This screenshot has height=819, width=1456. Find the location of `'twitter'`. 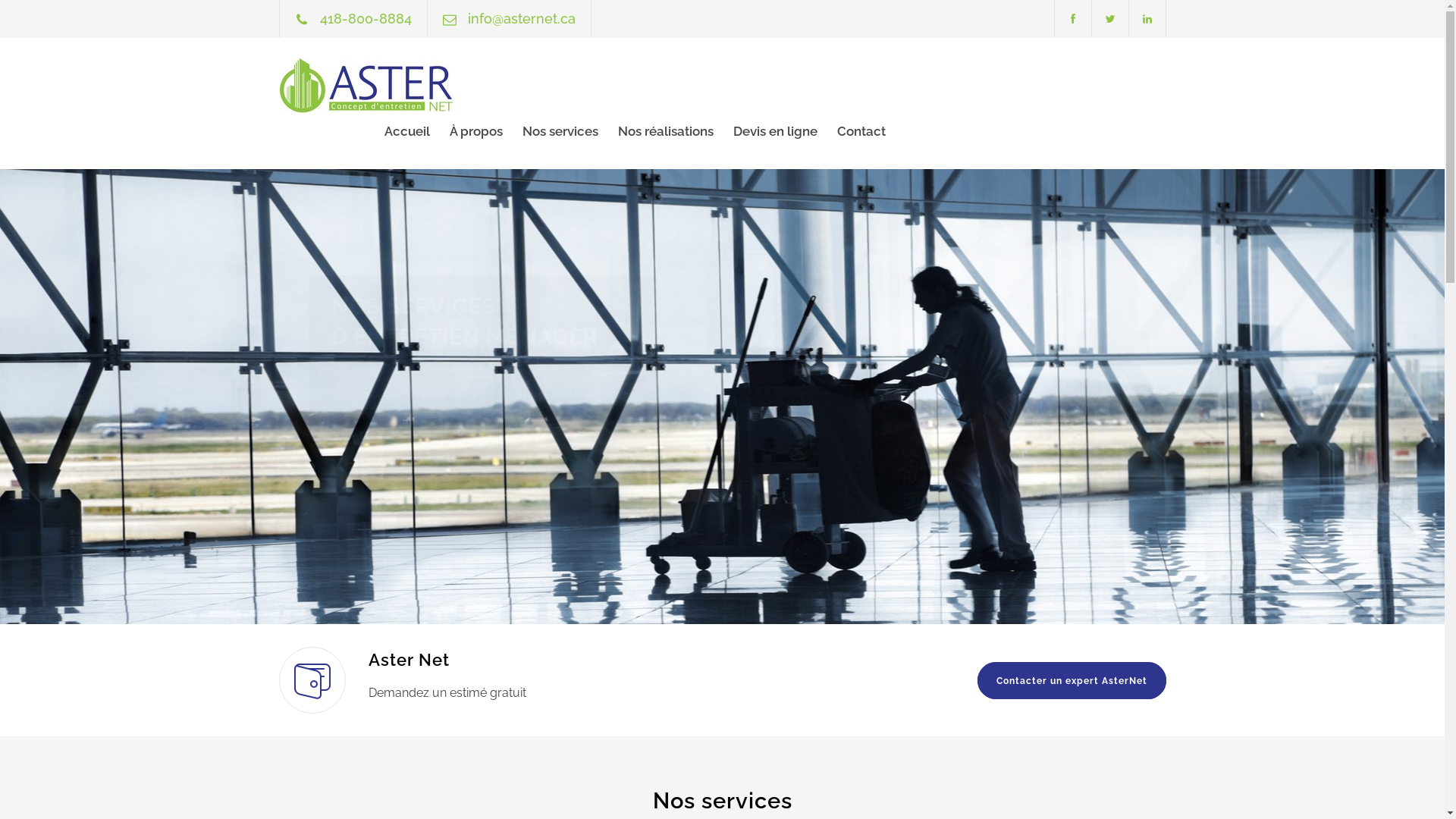

'twitter' is located at coordinates (1110, 18).